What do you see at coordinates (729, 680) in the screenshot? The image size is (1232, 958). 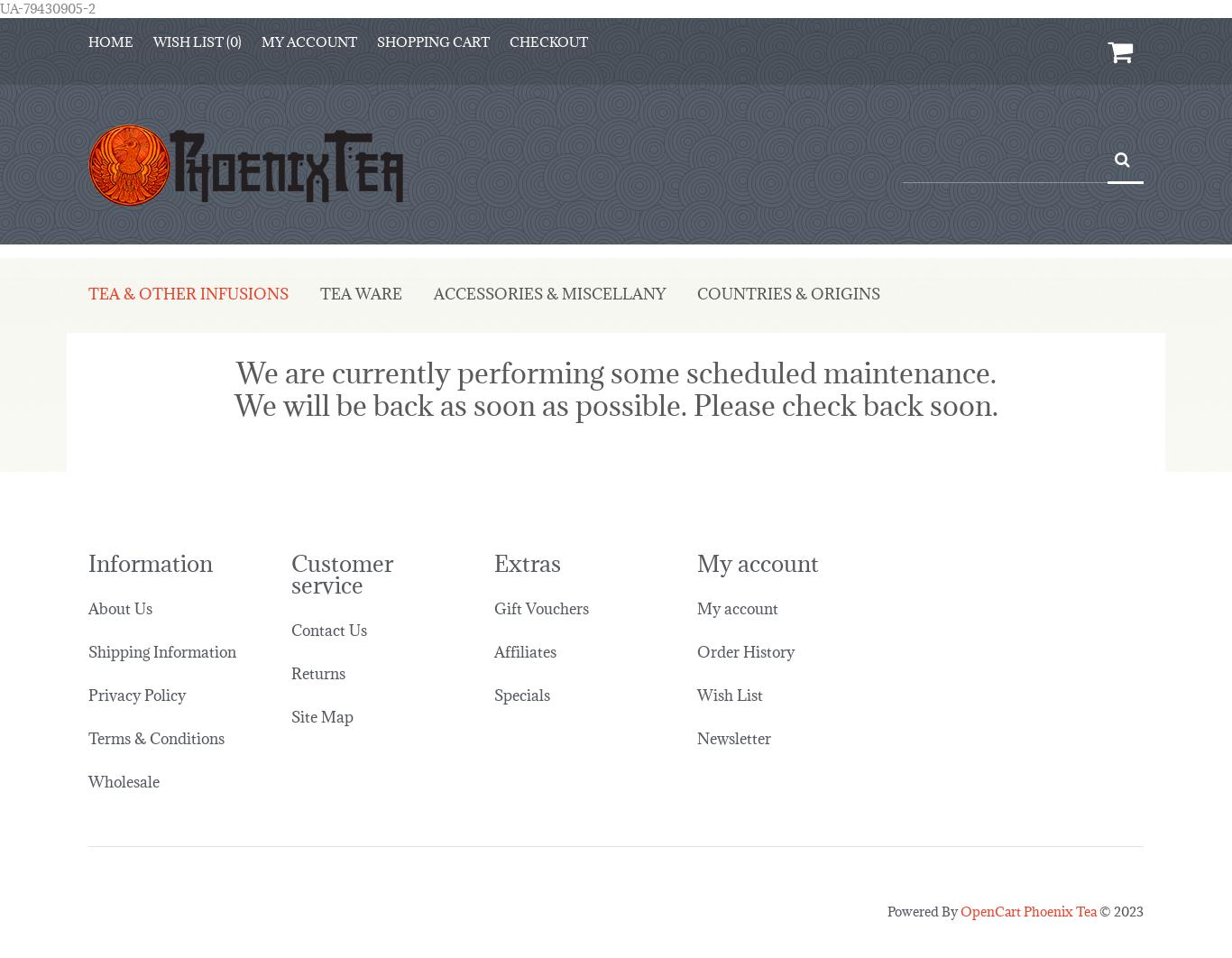 I see `'Wish List'` at bounding box center [729, 680].